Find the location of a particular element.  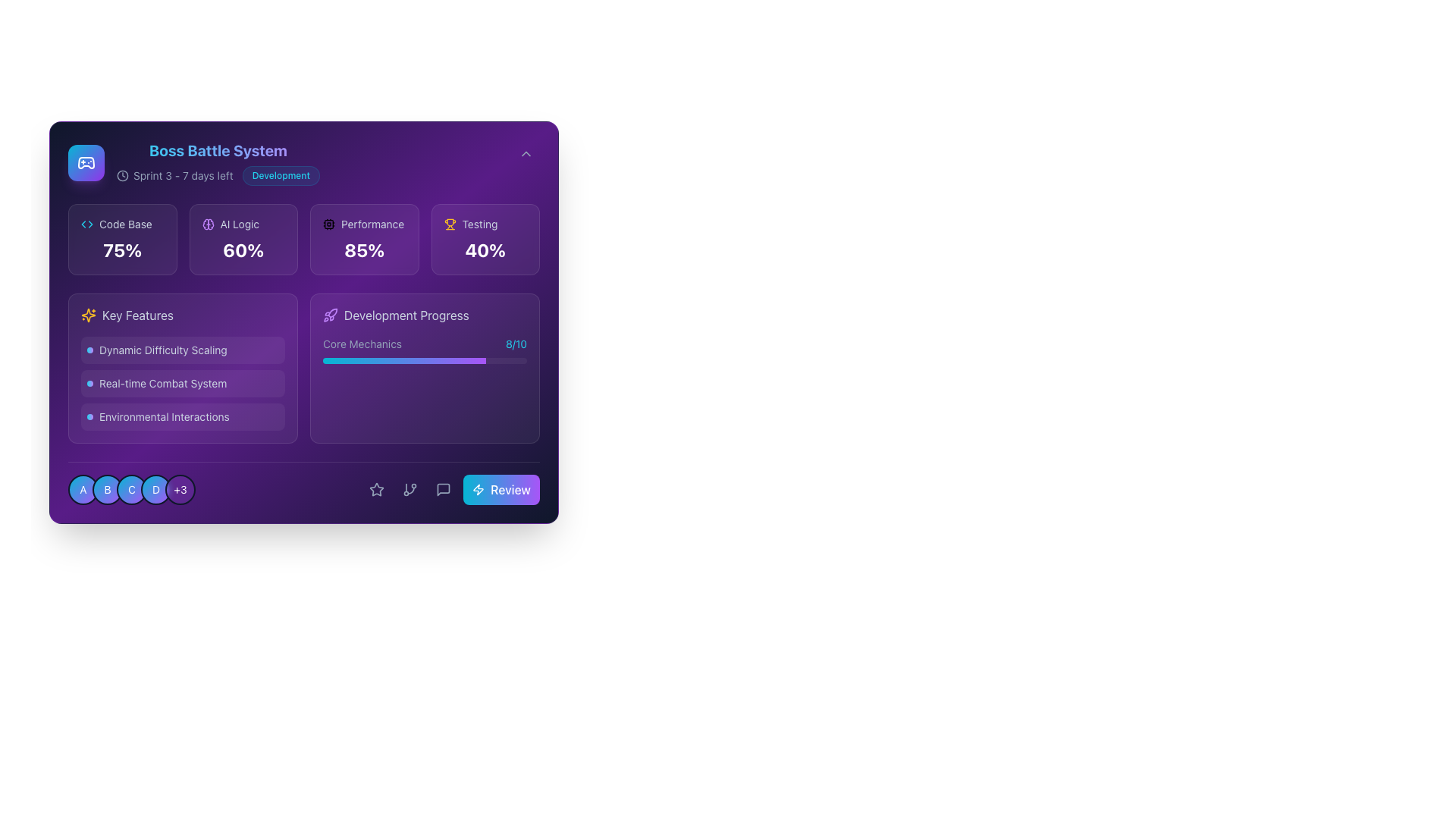

the 'Performance' label which displays the text in a small-sized font with a light slate color, located next to a CPU icon in the performance metrics section is located at coordinates (372, 224).